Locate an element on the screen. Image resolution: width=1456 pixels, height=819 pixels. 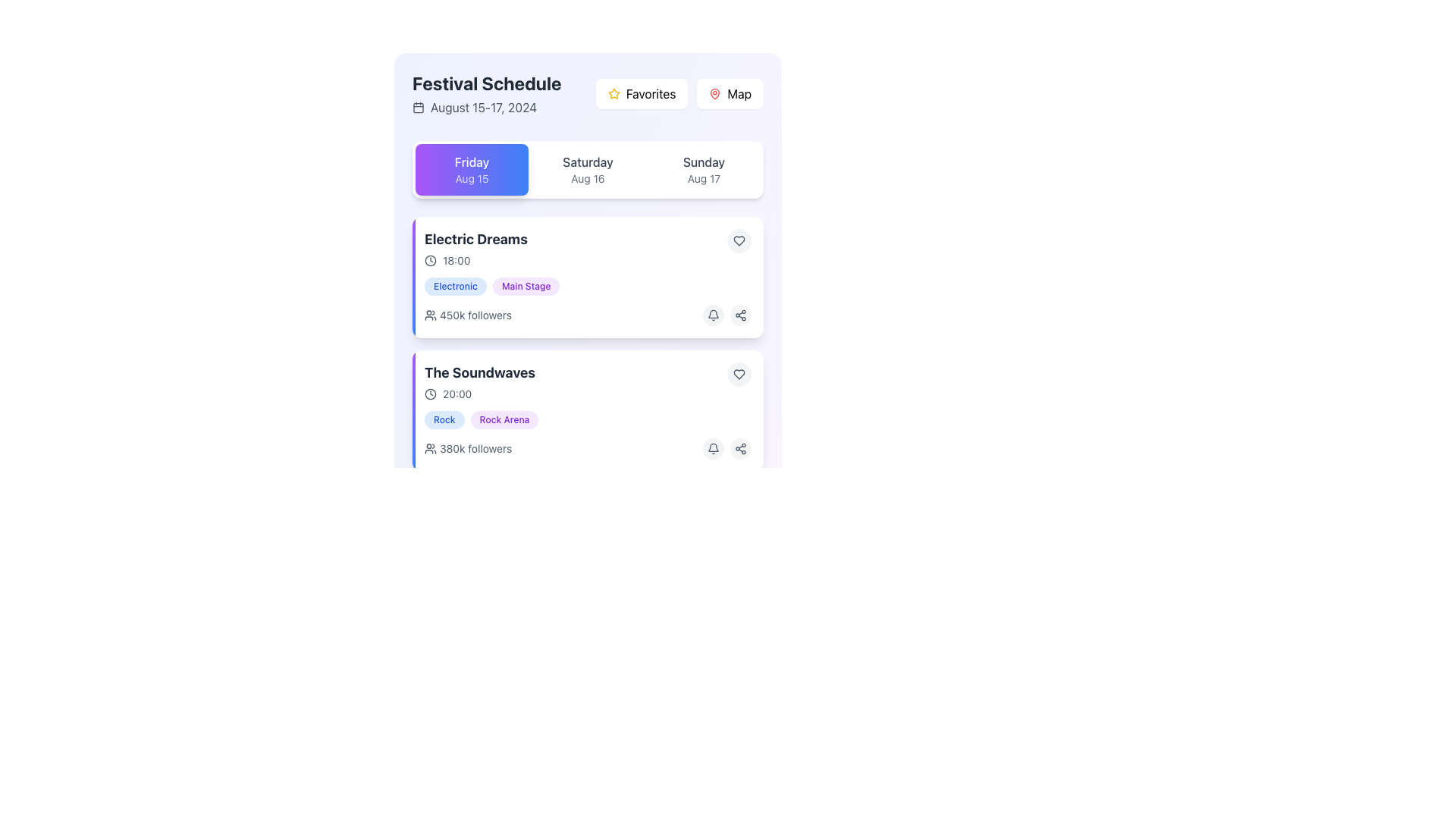
the text label reading 'Aug 16' which is centrally positioned under the 'Saturday' tab in the tab-like UI feature is located at coordinates (587, 177).